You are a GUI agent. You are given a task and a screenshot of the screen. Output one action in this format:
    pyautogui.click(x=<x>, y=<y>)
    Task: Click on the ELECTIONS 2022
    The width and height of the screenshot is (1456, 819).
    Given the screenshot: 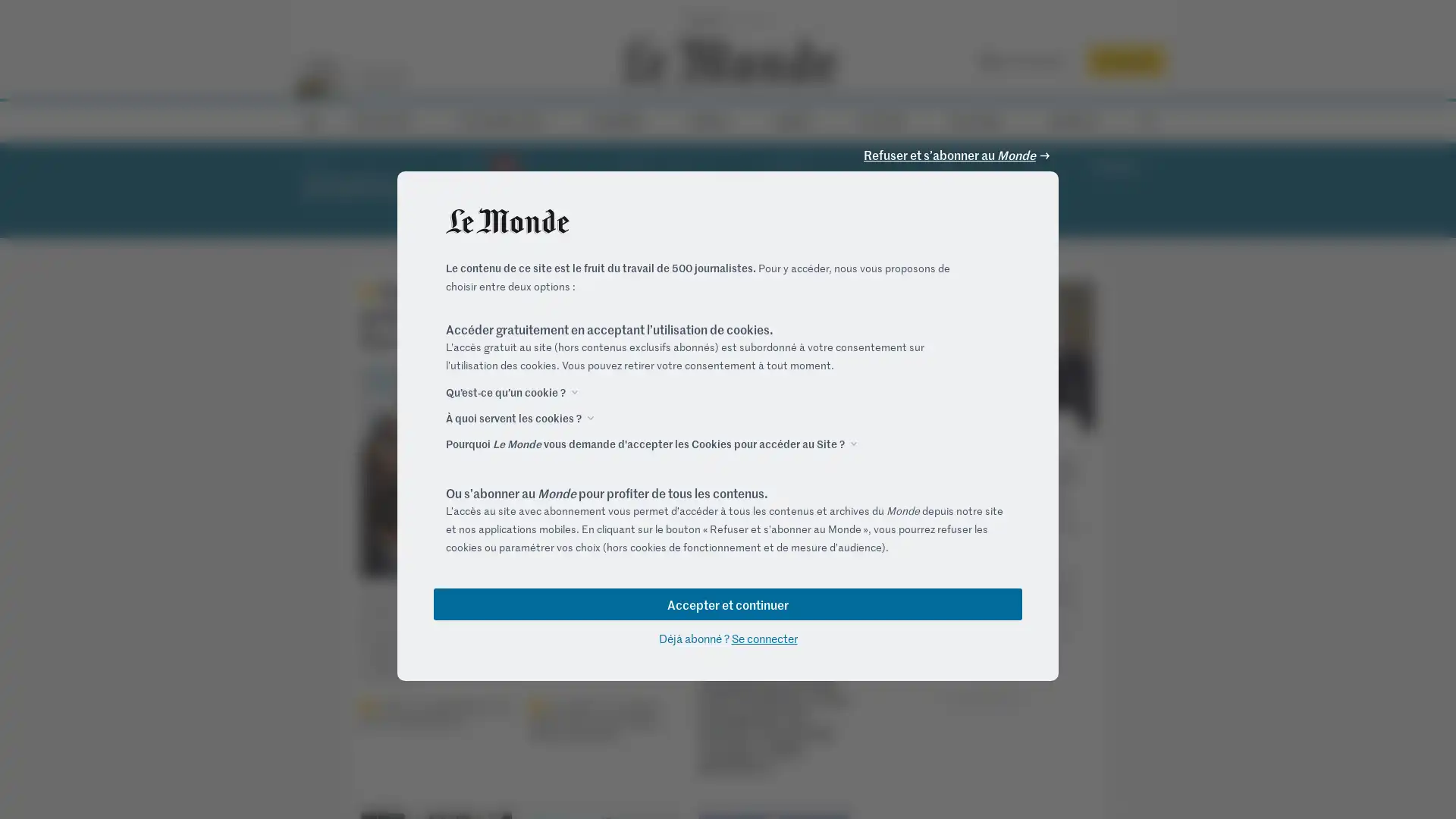 What is the action you would take?
    pyautogui.click(x=507, y=120)
    